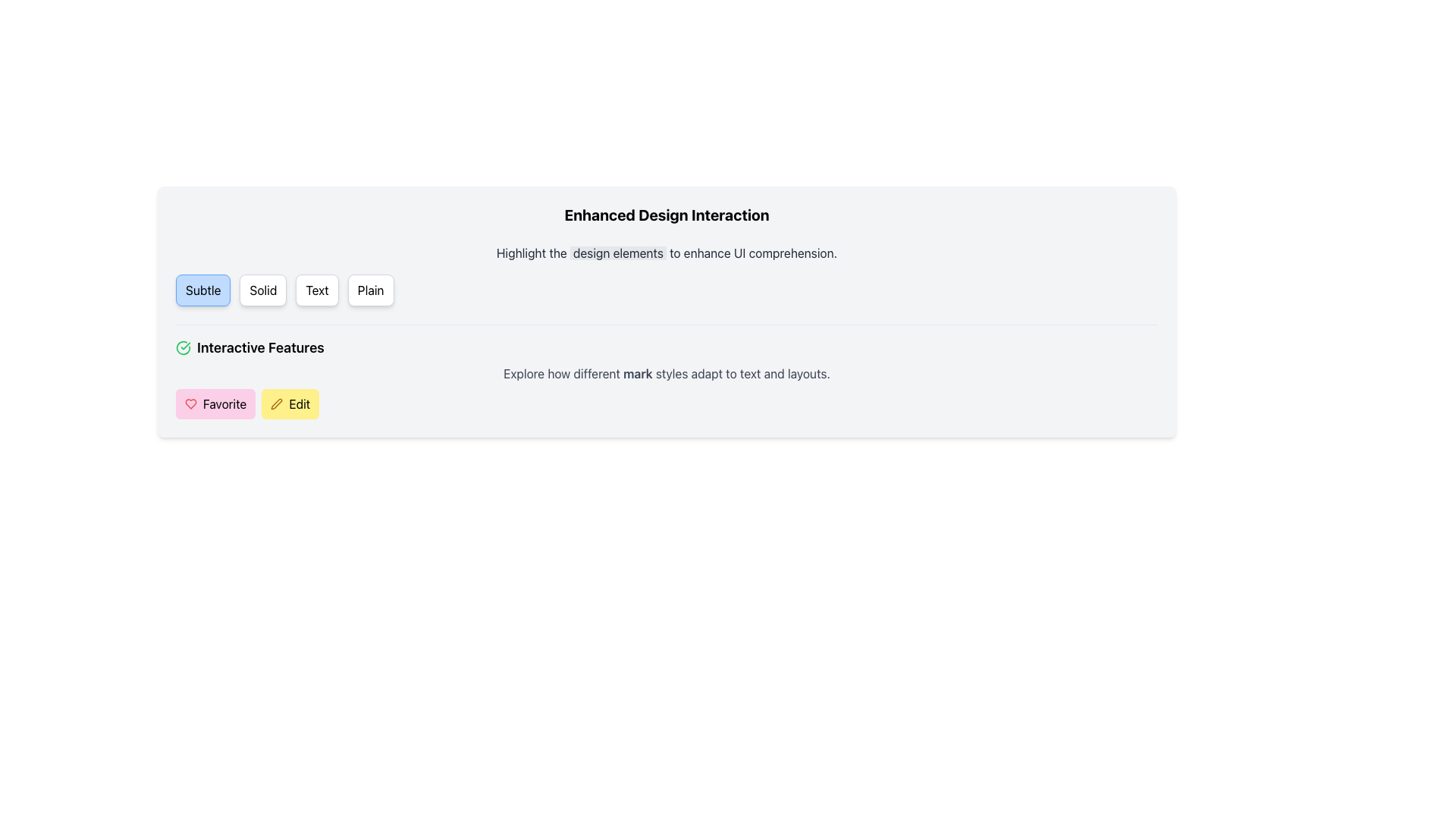  Describe the element at coordinates (316, 290) in the screenshot. I see `the rectangular button labeled 'Text' with a white background and rounded corners, located in the third position among four buttons in a row` at that location.